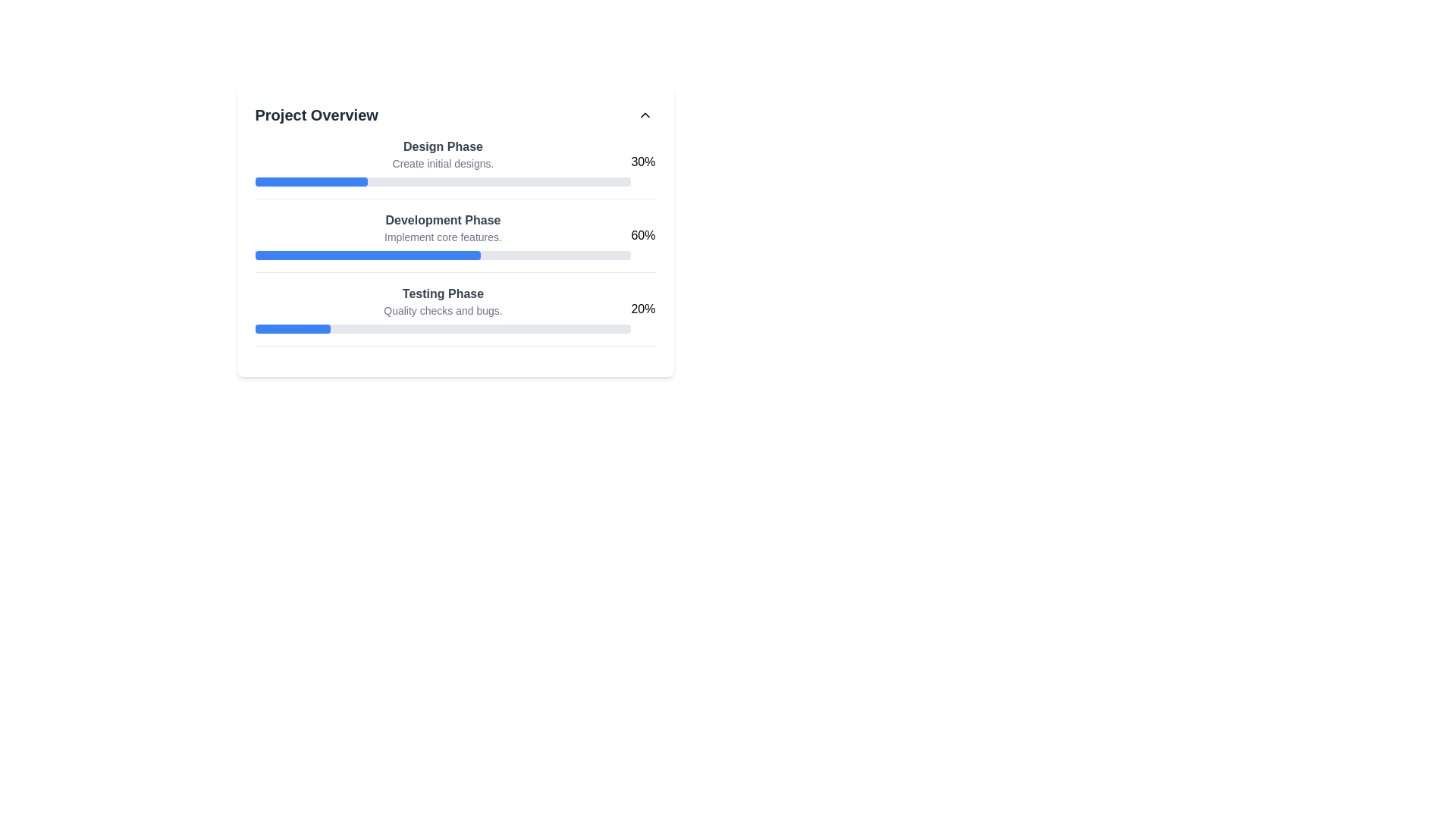  I want to click on the text element displaying 'Quality checks and bugs.' which is styled in a small gray font and positioned underneath the 'Testing Phase' heading, so click(442, 309).